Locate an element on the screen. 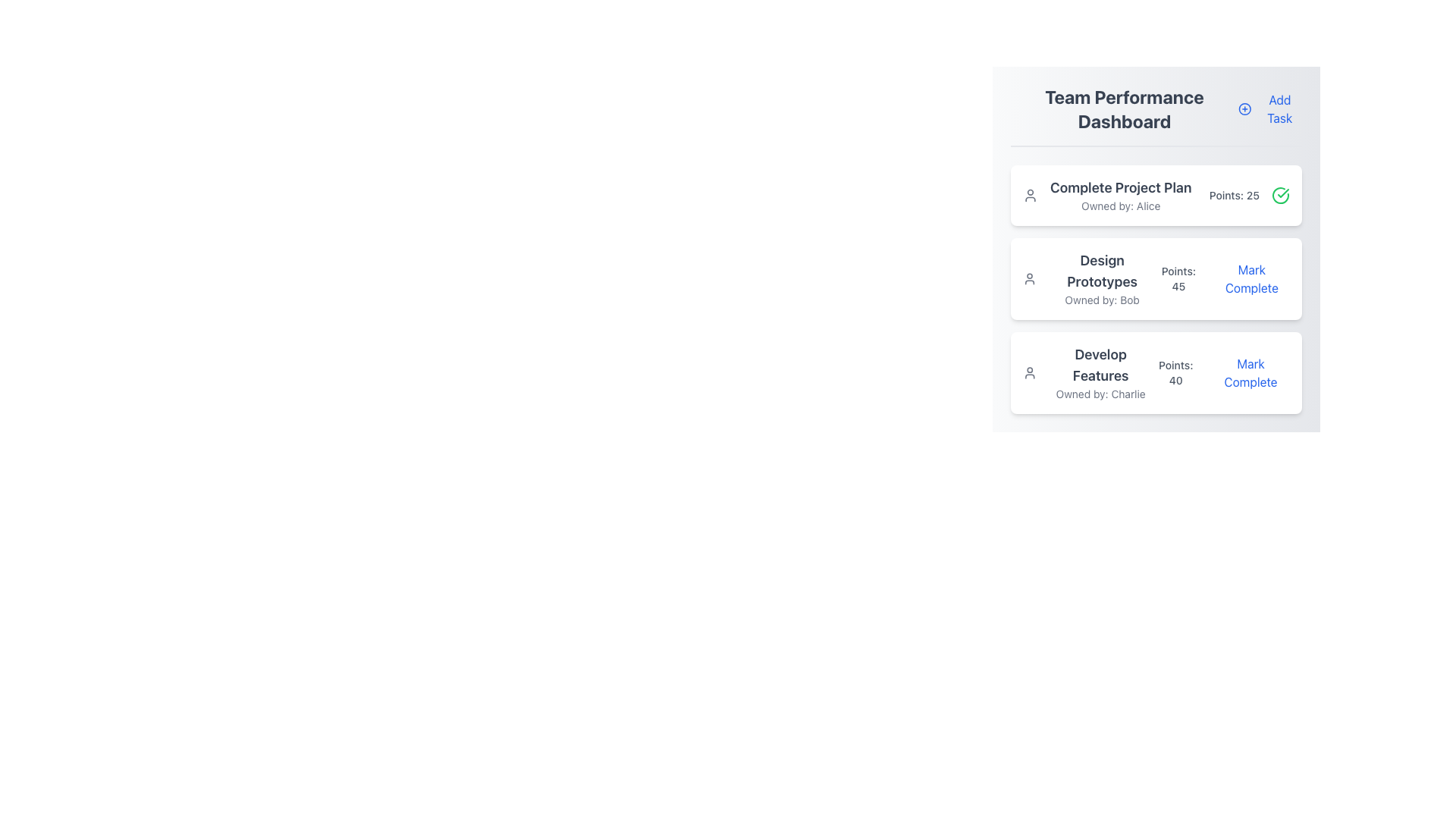  the text label indicating the owner of the associated project or task, located below the title 'Design Prototypes' and above the score 'Points: 45' is located at coordinates (1102, 300).